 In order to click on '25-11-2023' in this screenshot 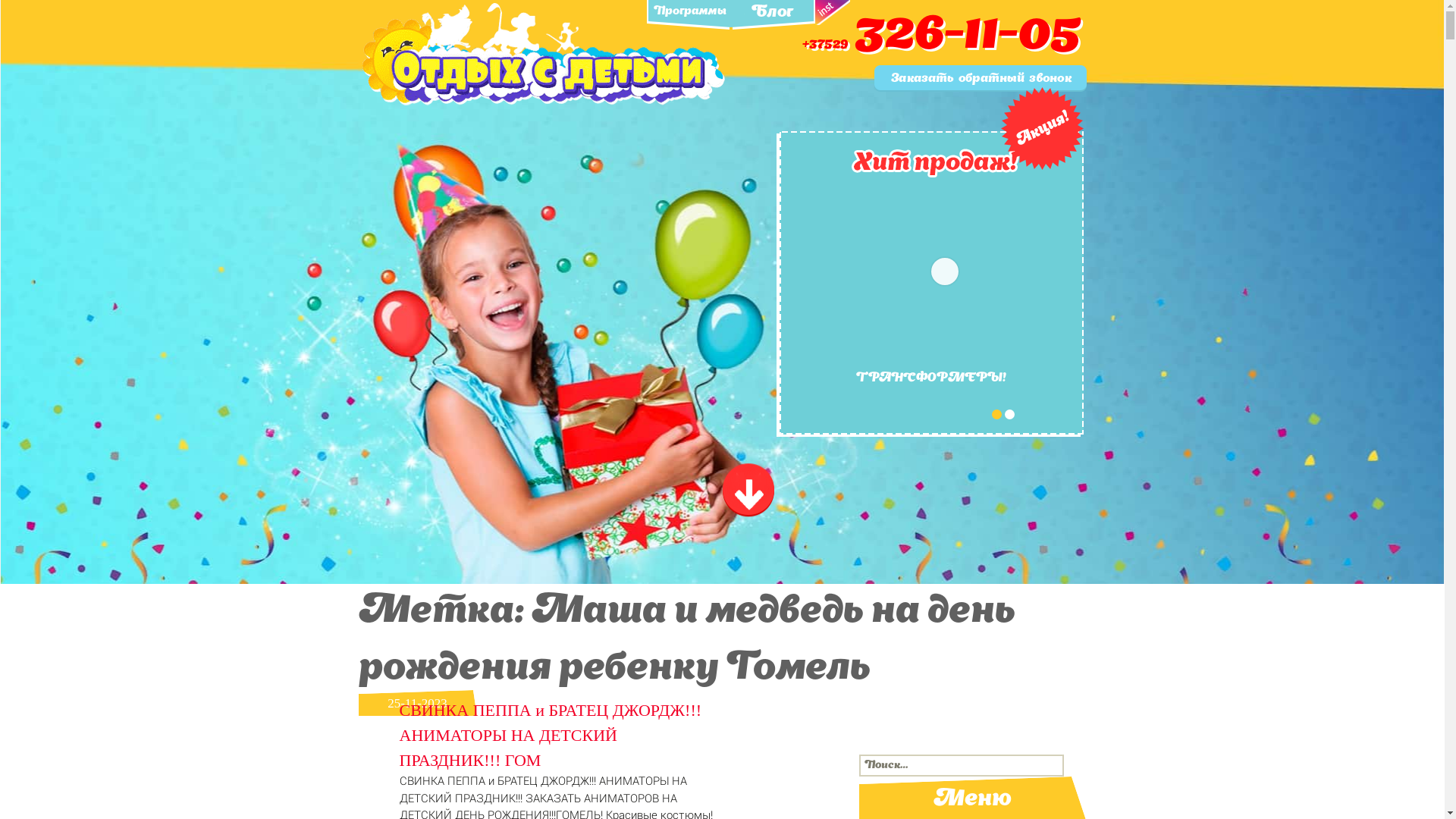, I will do `click(378, 707)`.